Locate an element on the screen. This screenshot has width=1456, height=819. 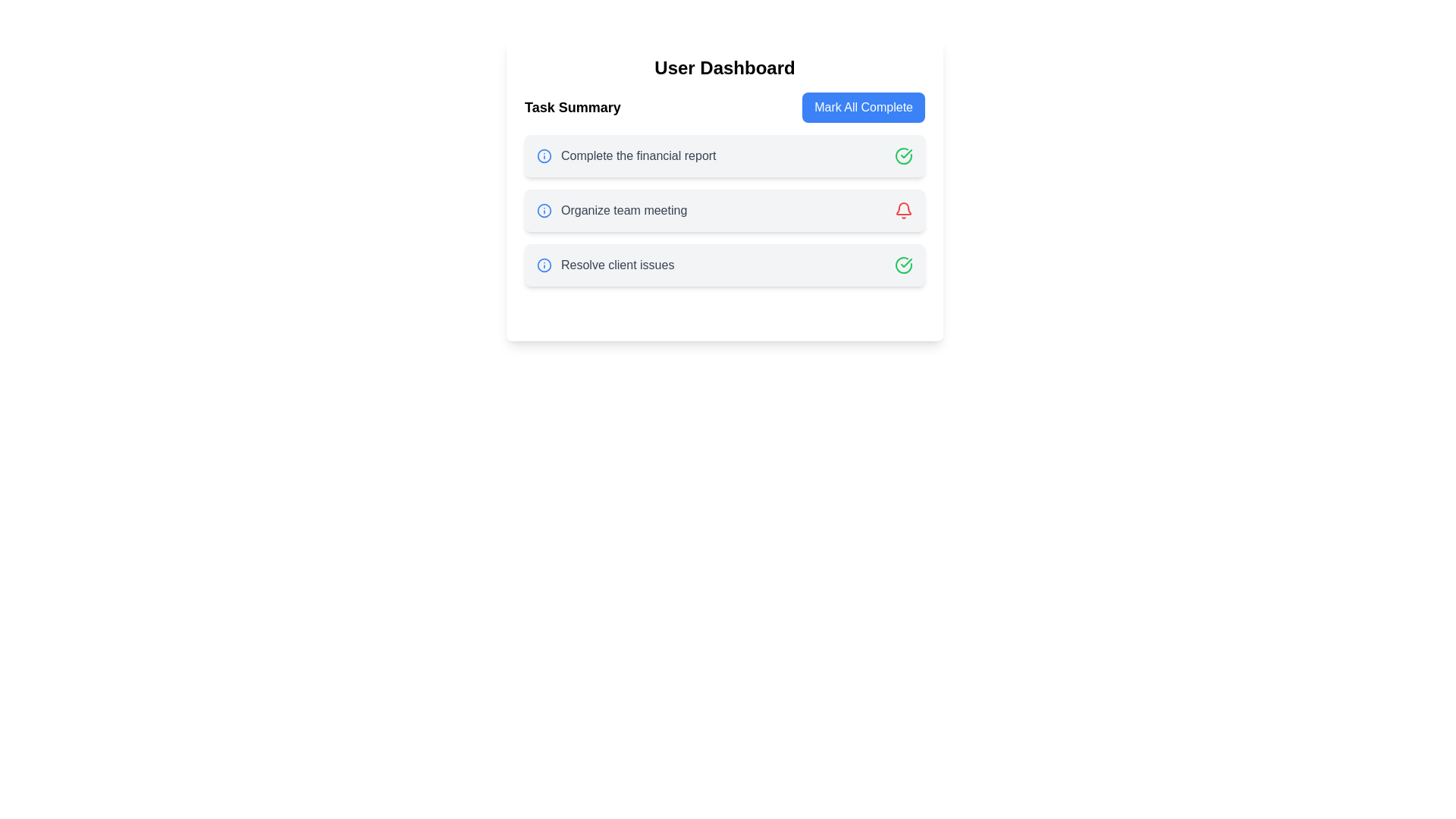
the circular informational icon with a blue outline and a white background, displaying an uppercase 'I', located to the left of the 'Organize team meeting' list item in the 'Task Summary' section is located at coordinates (544, 210).